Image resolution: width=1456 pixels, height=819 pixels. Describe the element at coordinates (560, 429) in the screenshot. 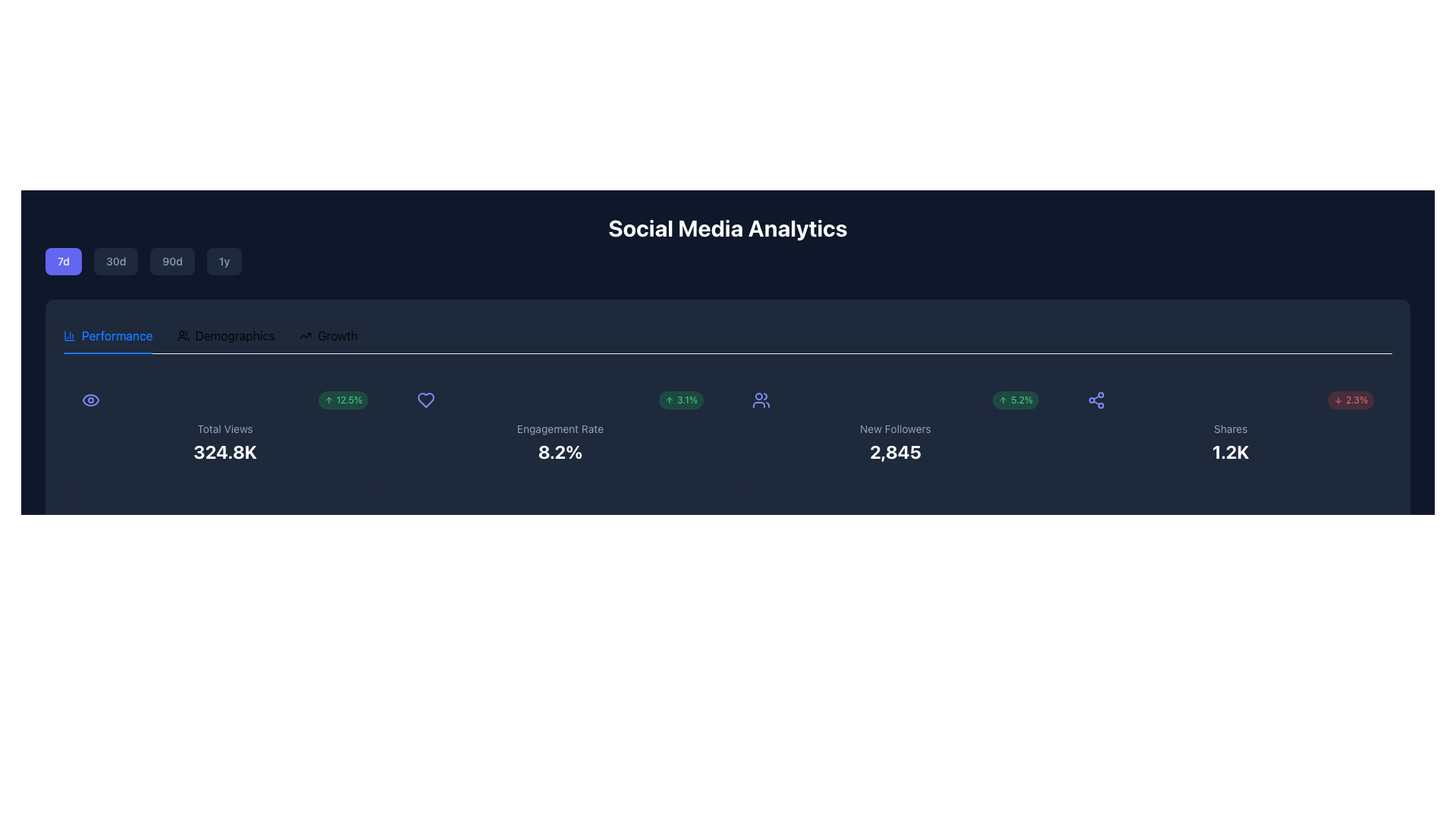

I see `the 'Engagement Rate' text label, which is displayed in small, gray font, located below the number '8.2%' and above a horizontal divider in the dark-themed card UI` at that location.